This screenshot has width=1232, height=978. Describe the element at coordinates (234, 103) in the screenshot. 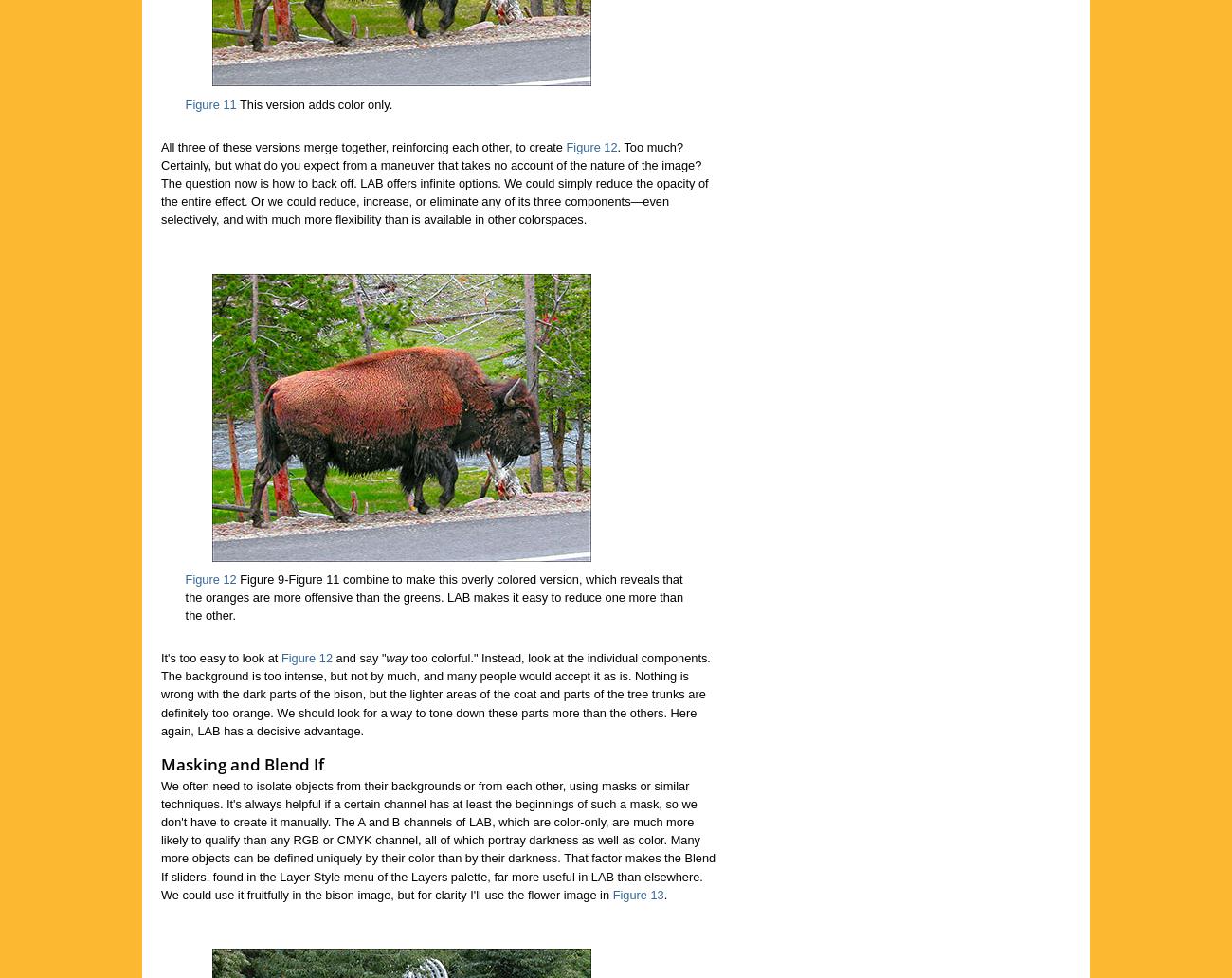

I see `'This version adds color only.'` at that location.